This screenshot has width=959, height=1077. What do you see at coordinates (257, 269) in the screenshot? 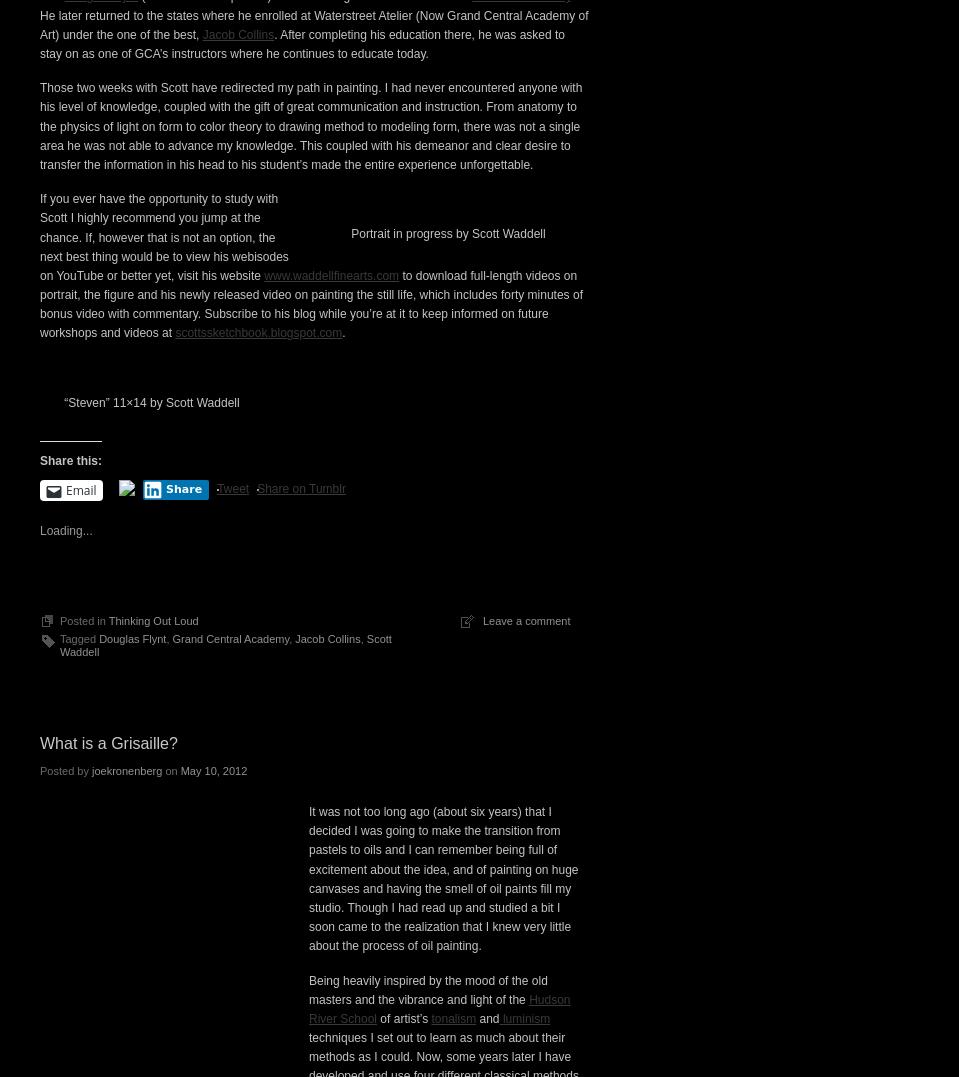
I see `'website'` at bounding box center [257, 269].